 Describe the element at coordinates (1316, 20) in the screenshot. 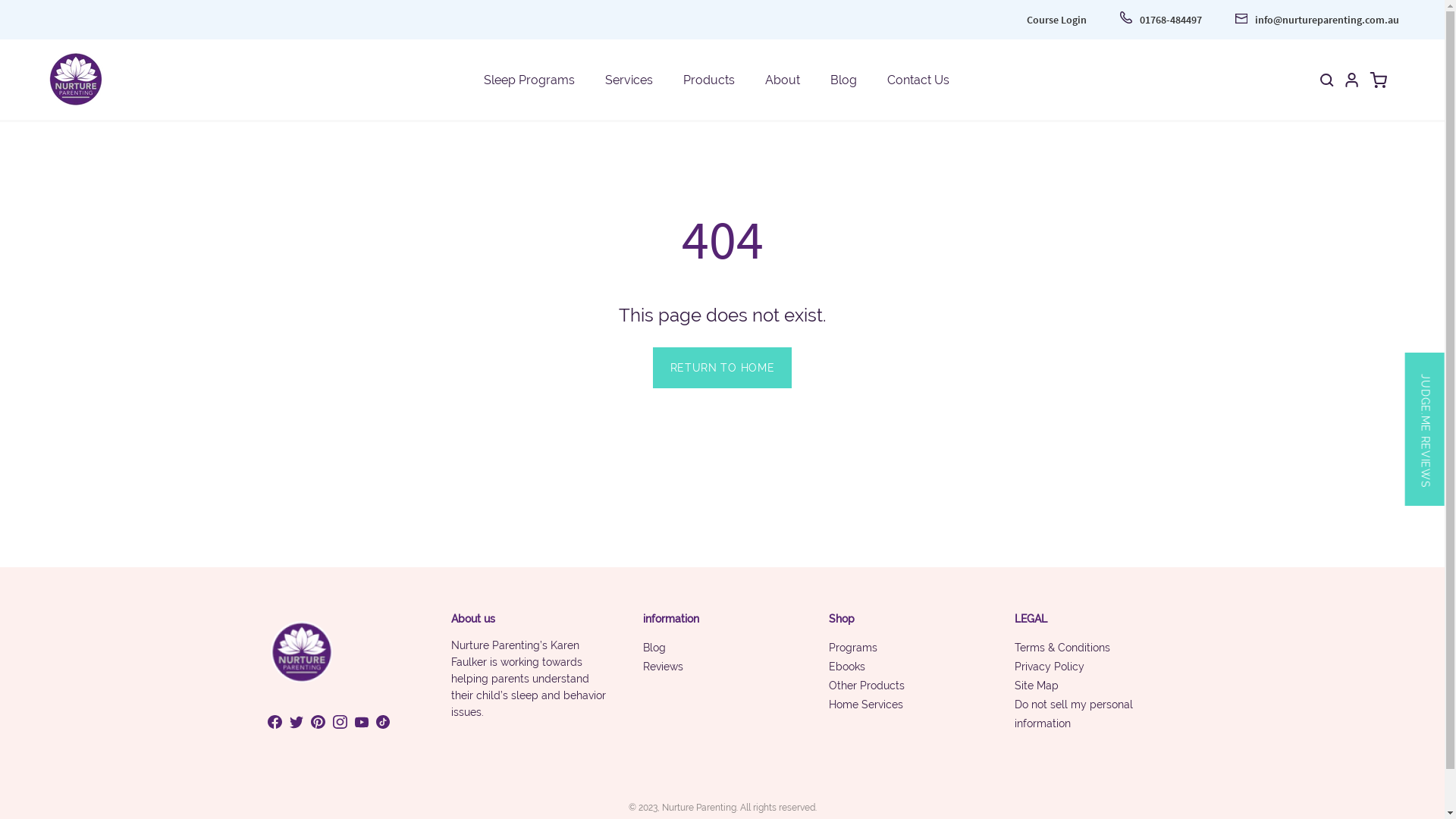

I see `'info@nurtureparenting.com.au'` at that location.